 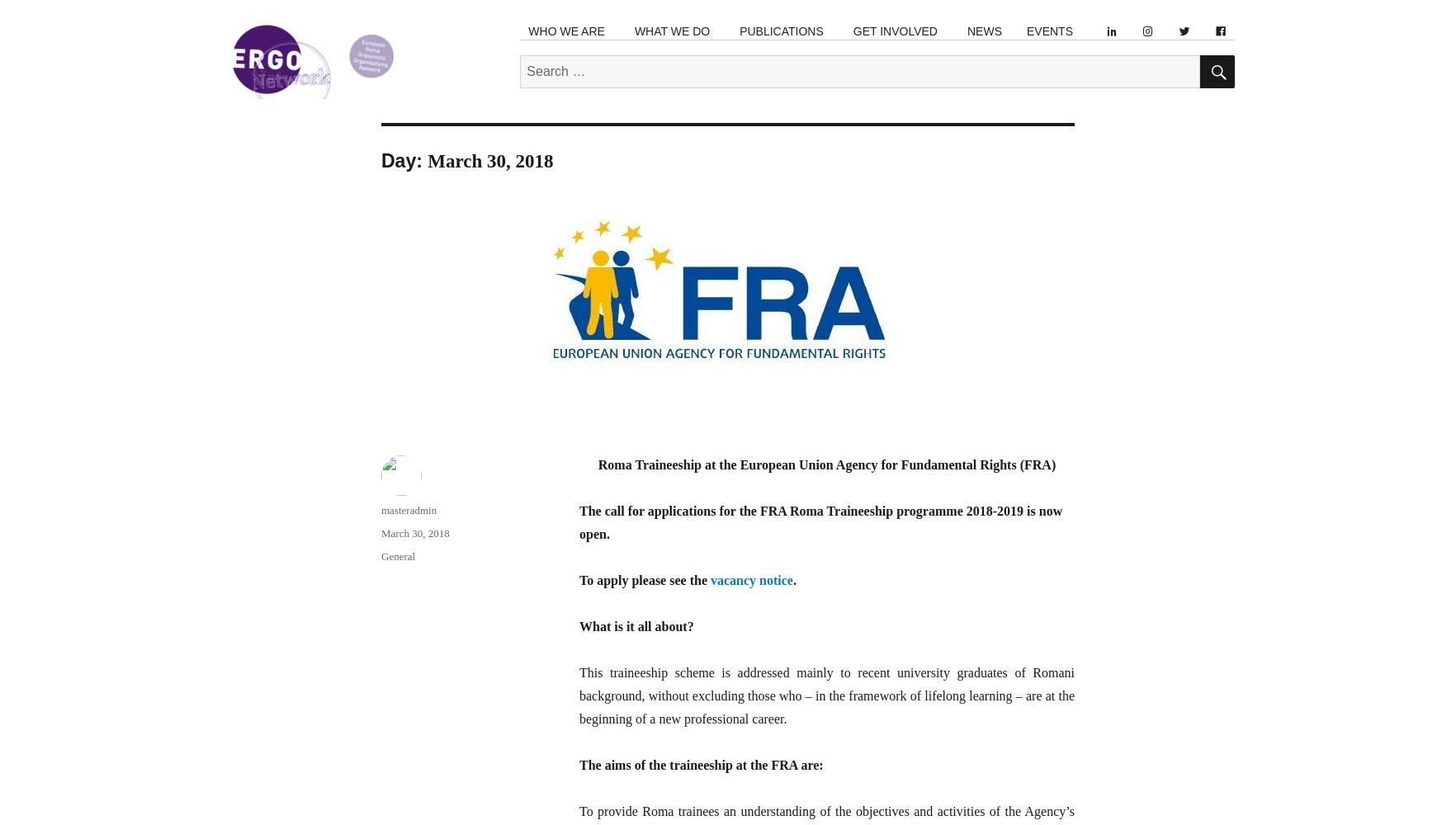 What do you see at coordinates (672, 31) in the screenshot?
I see `'WHAT WE DO'` at bounding box center [672, 31].